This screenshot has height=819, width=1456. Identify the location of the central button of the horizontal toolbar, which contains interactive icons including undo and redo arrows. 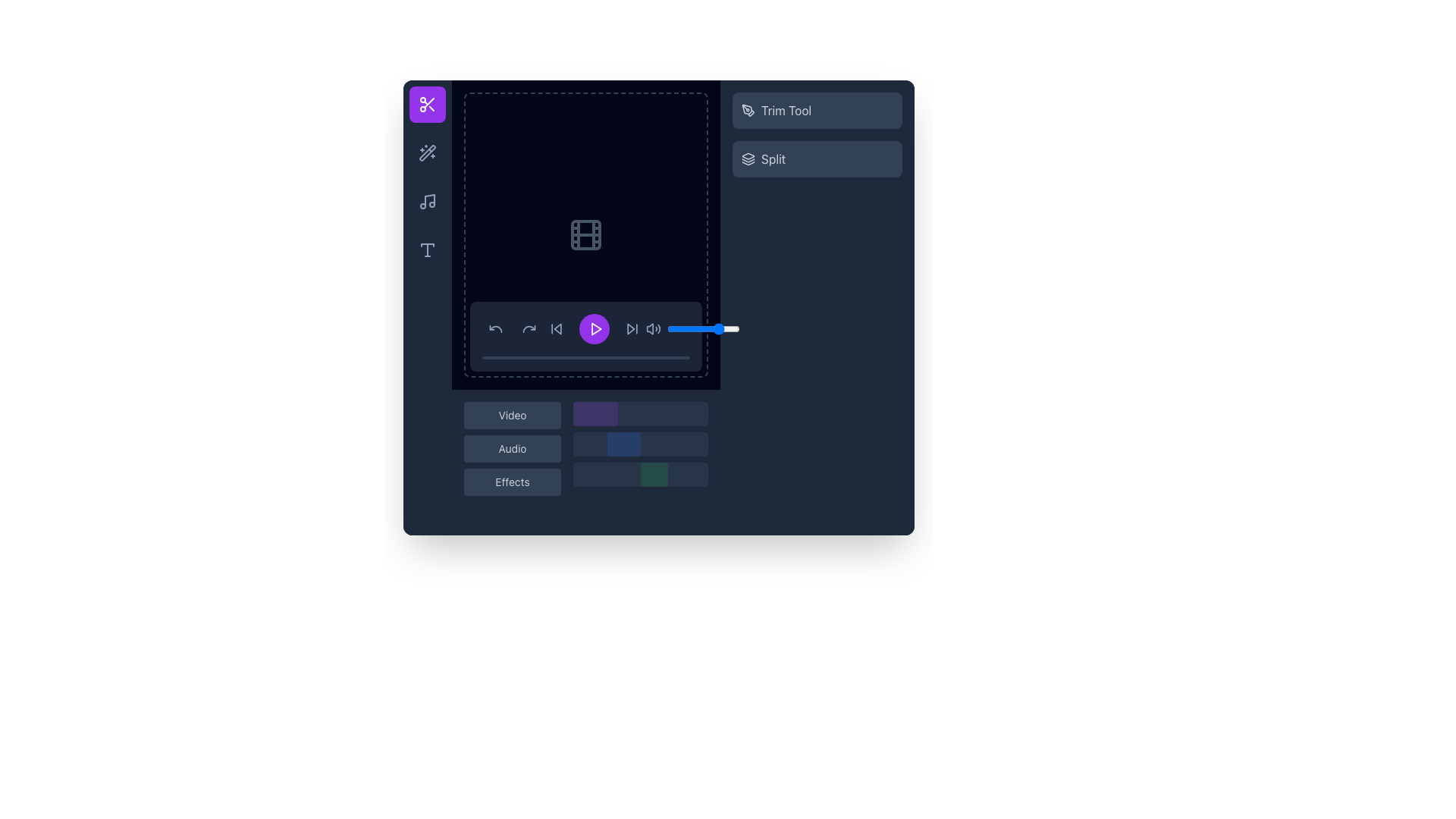
(513, 328).